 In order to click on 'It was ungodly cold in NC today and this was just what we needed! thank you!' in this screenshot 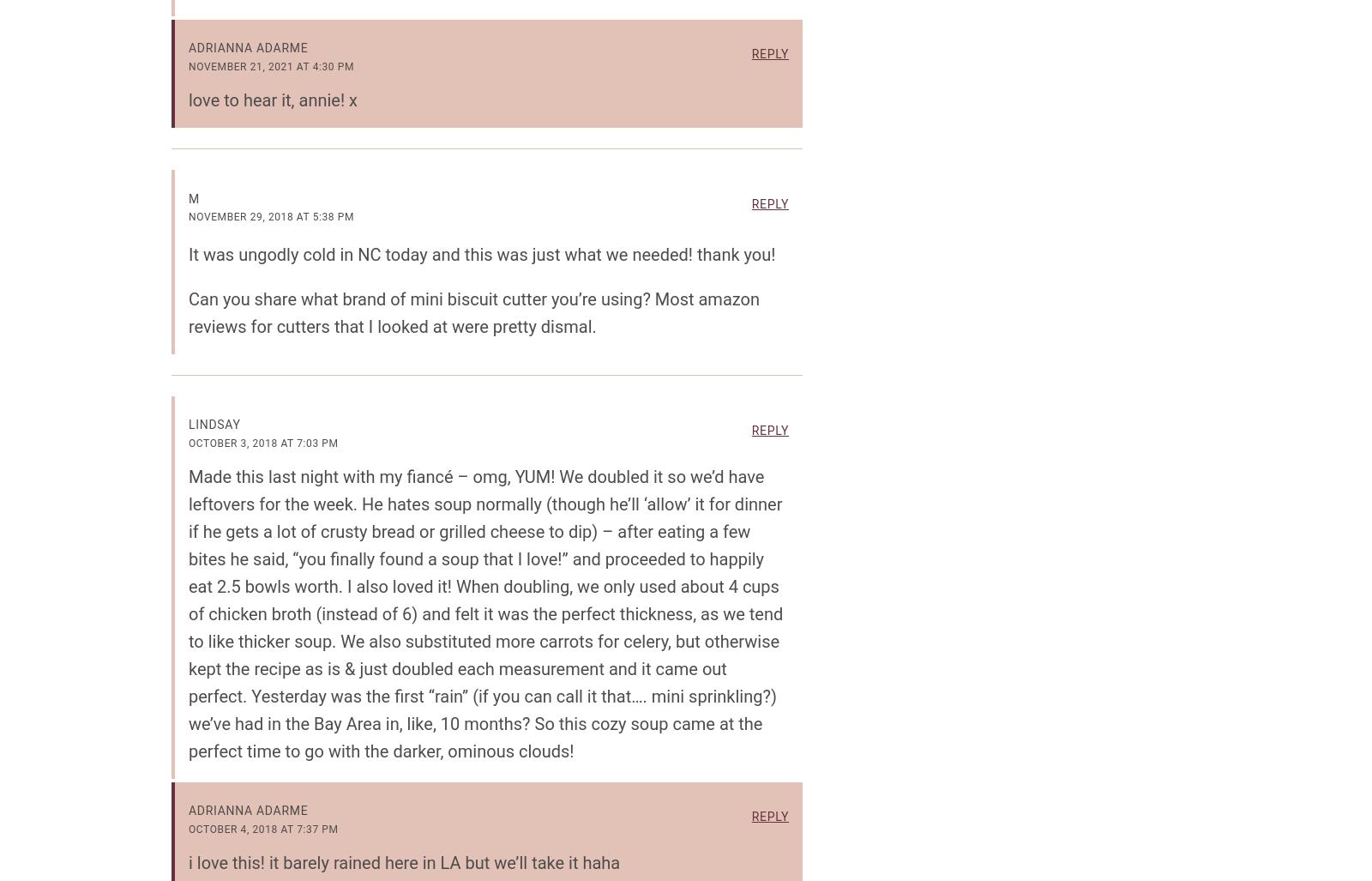, I will do `click(480, 252)`.